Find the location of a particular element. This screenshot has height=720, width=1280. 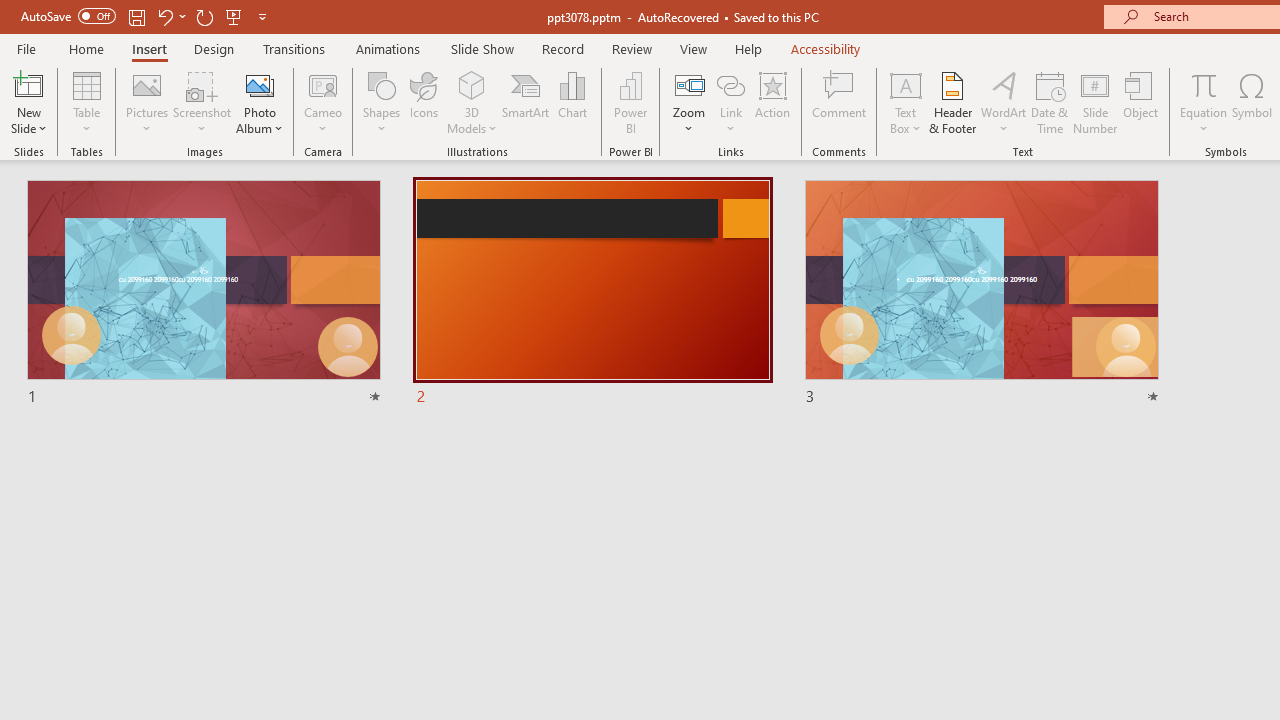

'Zoom' is located at coordinates (689, 103).